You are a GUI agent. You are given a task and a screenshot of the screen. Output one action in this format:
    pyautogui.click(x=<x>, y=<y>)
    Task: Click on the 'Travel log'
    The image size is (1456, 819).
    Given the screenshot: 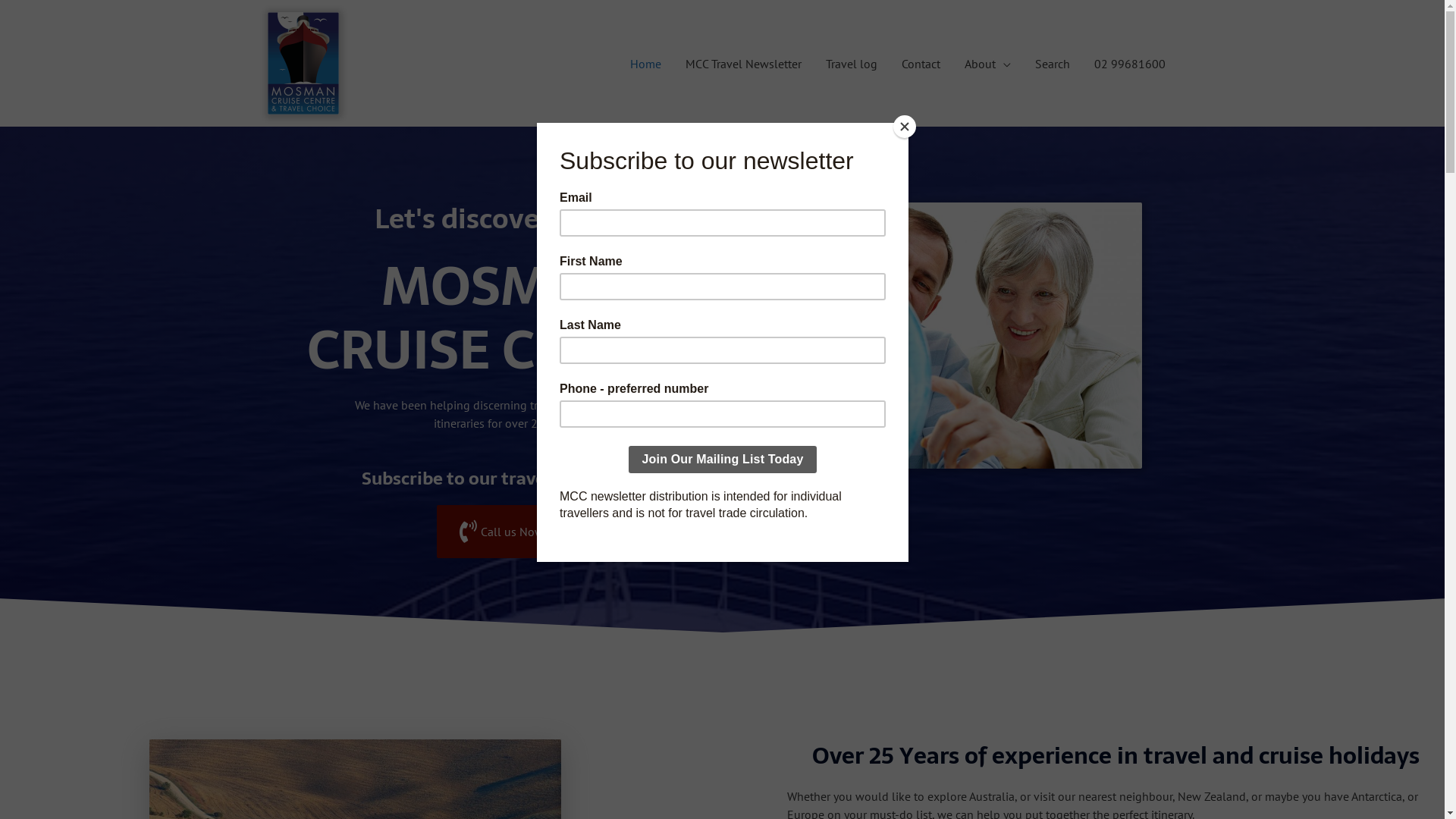 What is the action you would take?
    pyautogui.click(x=851, y=62)
    